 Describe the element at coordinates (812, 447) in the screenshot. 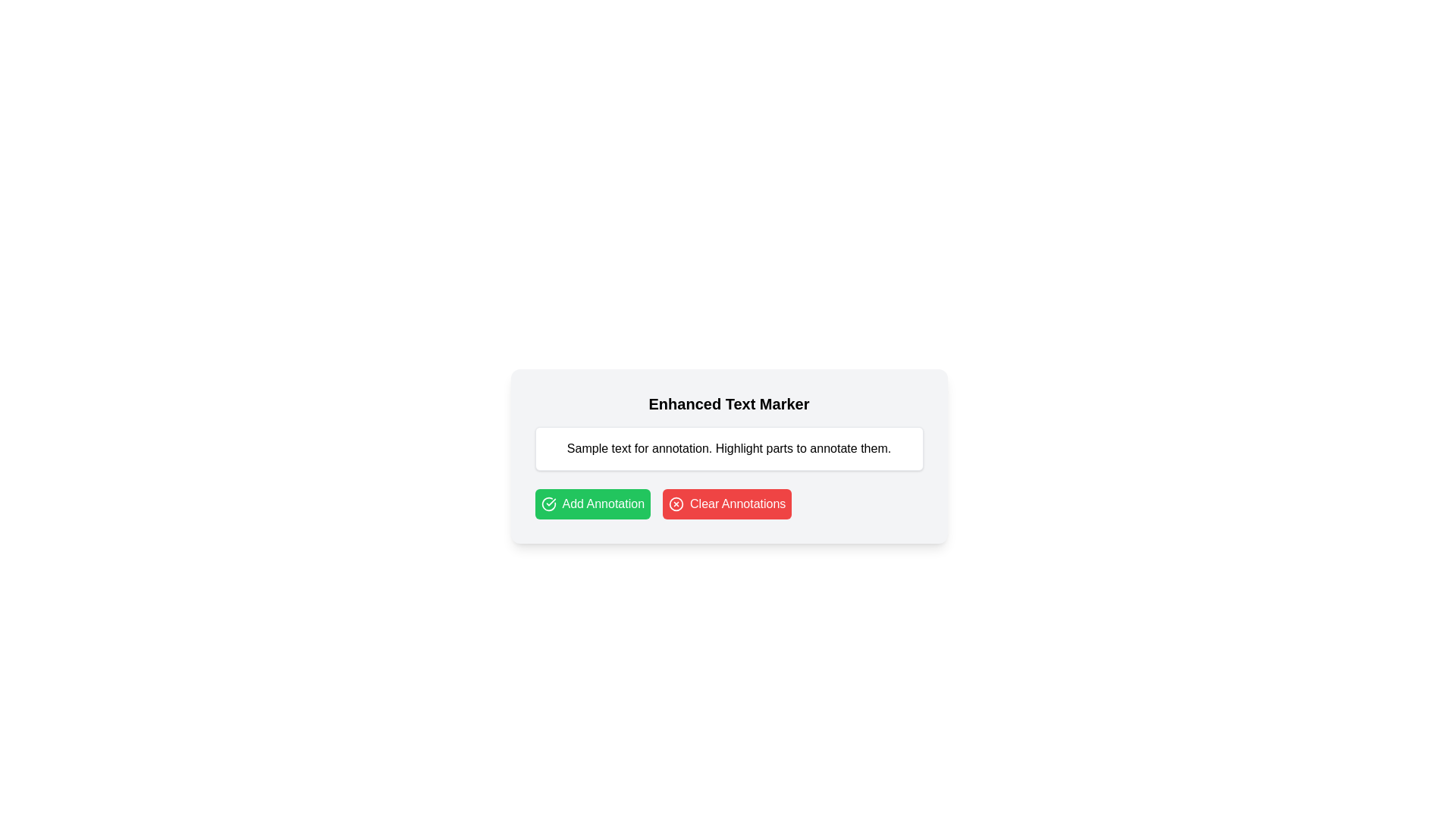

I see `the last character 'a' in the string 'Sample text for annotation. Highlight parts to annotate them.' which is displayed in black color within a text box` at that location.